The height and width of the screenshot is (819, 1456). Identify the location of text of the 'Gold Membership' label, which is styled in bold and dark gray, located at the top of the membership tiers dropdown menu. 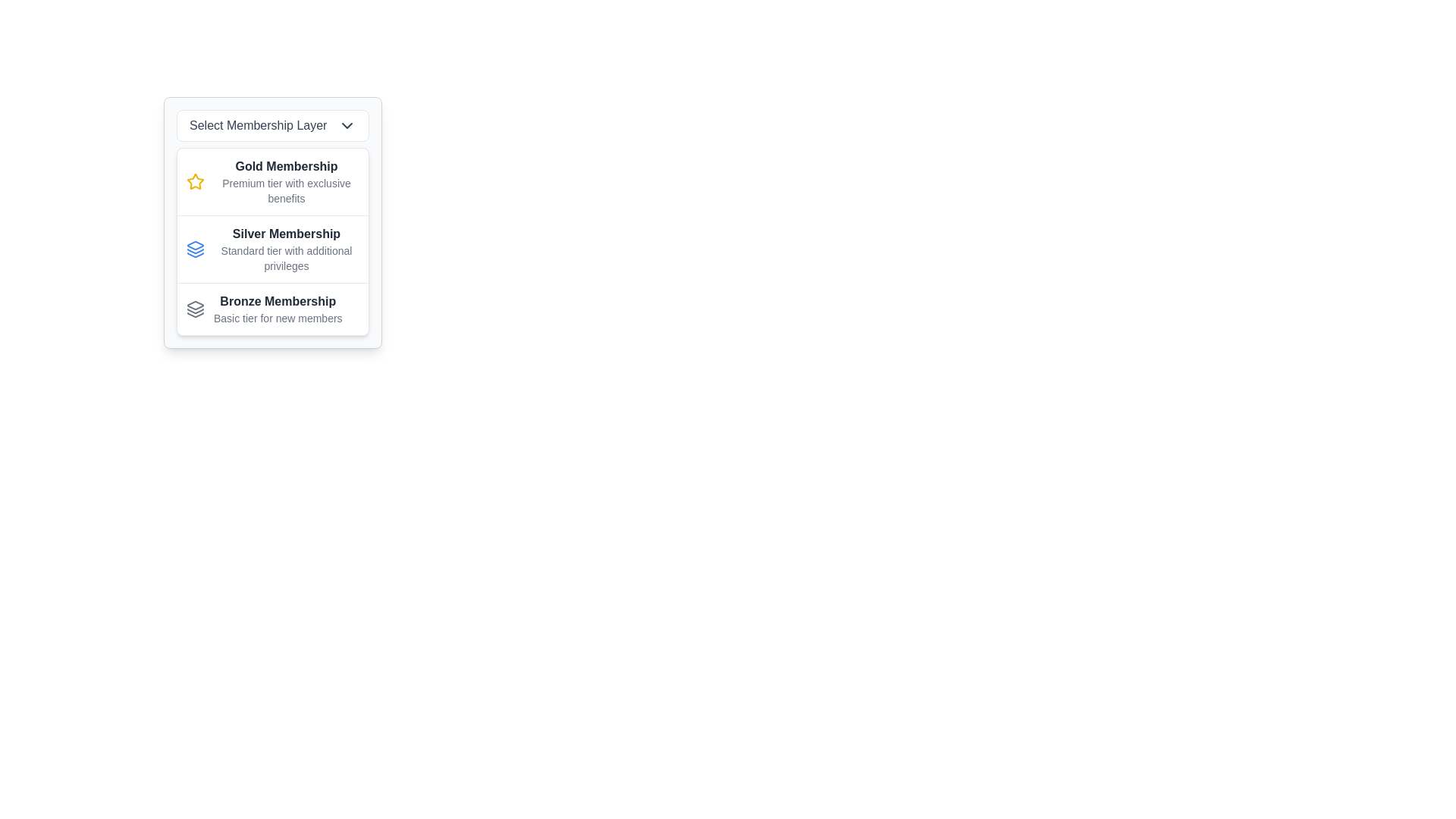
(287, 166).